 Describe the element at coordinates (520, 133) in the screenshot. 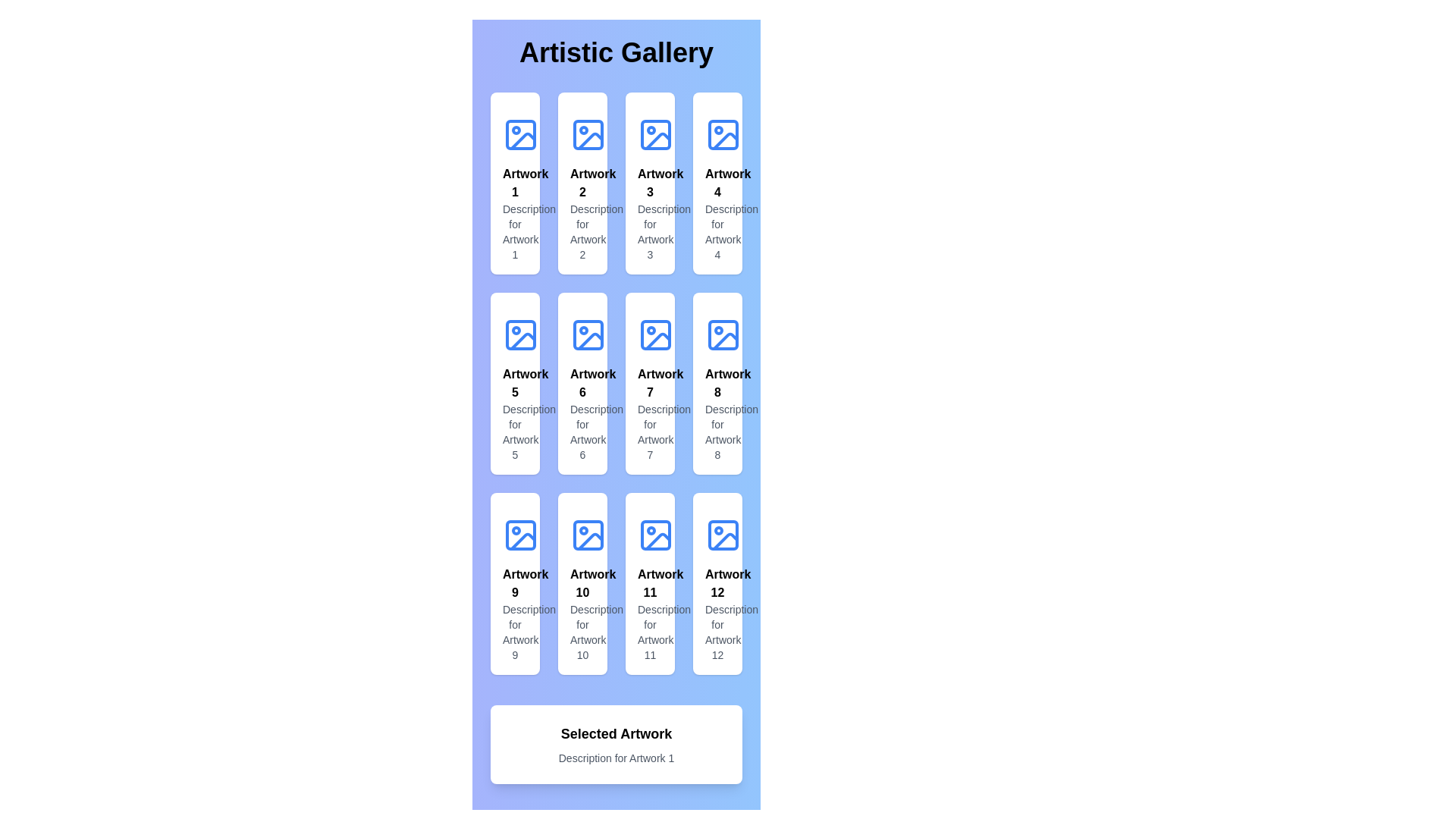

I see `the blue picture frame icon with a circle inside, located in the top-left corner of the grid under 'Artwork 1'` at that location.